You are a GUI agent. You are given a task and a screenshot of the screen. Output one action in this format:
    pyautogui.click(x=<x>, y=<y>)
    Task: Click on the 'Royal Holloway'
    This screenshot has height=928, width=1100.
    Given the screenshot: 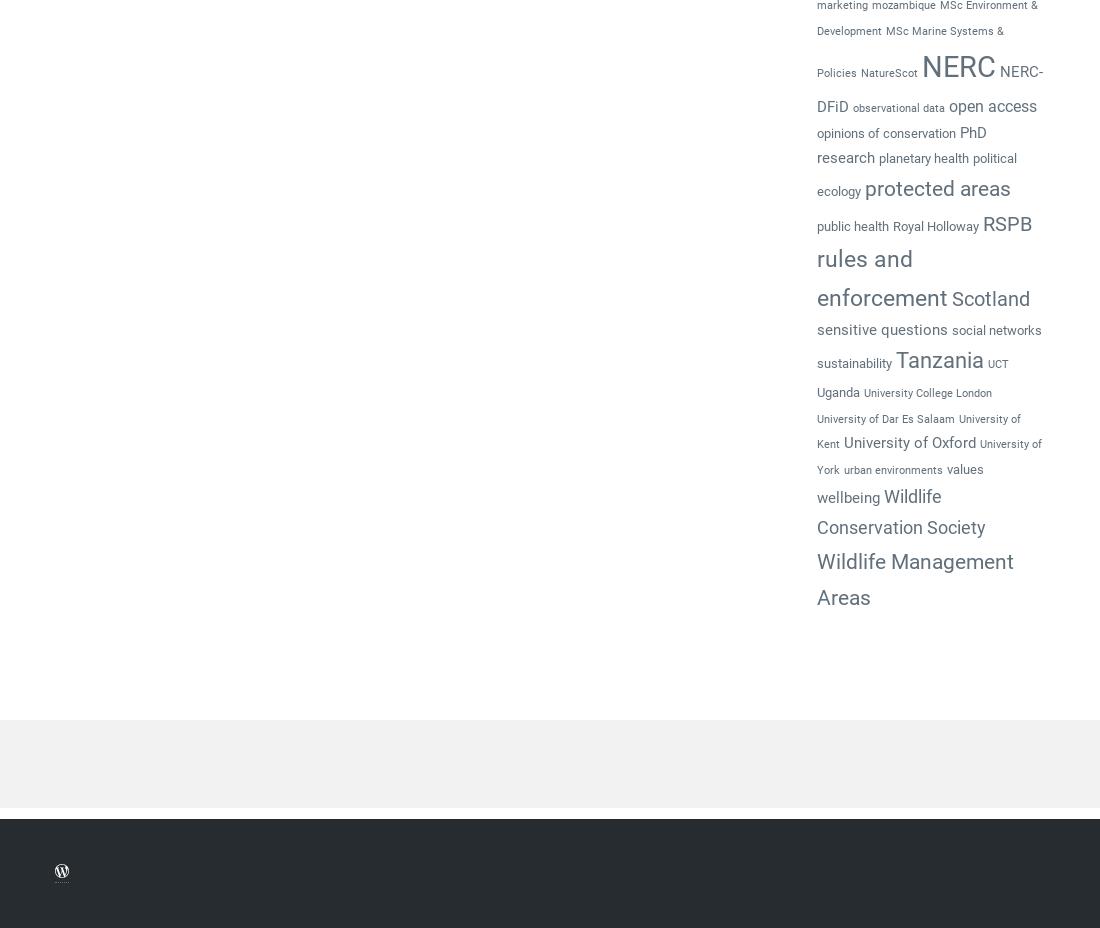 What is the action you would take?
    pyautogui.click(x=935, y=225)
    